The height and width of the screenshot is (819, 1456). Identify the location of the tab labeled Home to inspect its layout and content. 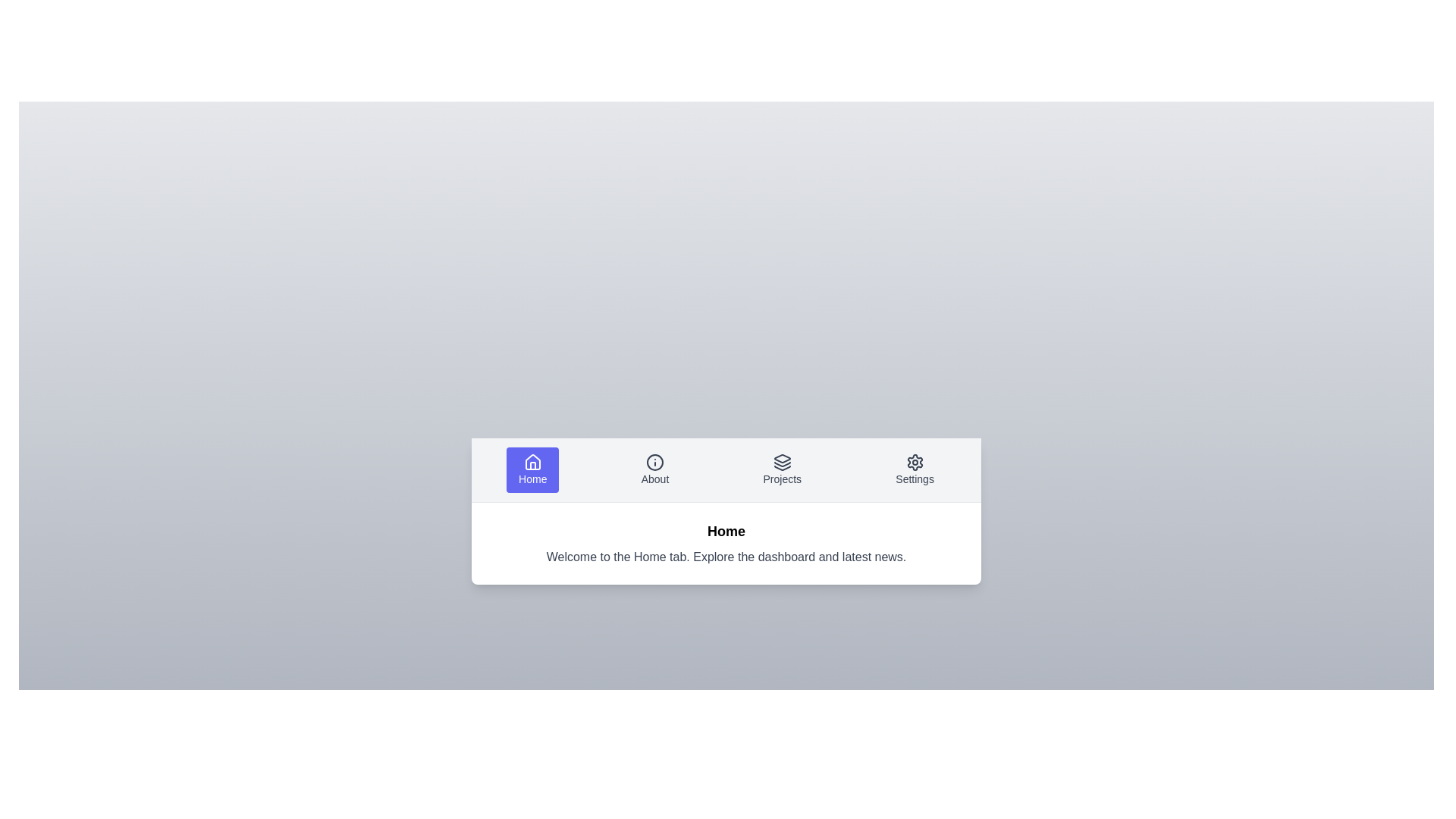
(532, 468).